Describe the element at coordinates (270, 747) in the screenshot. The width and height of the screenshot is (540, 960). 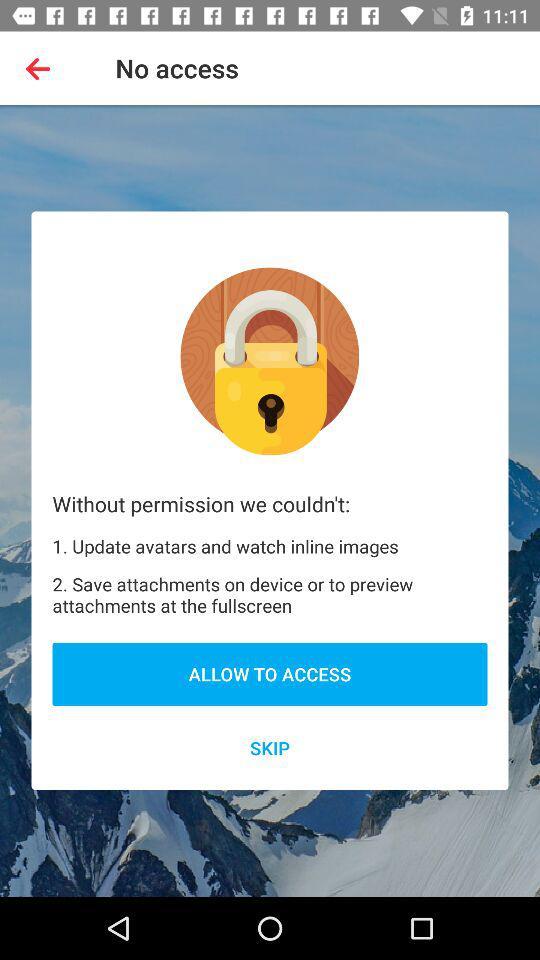
I see `item below allow to access item` at that location.